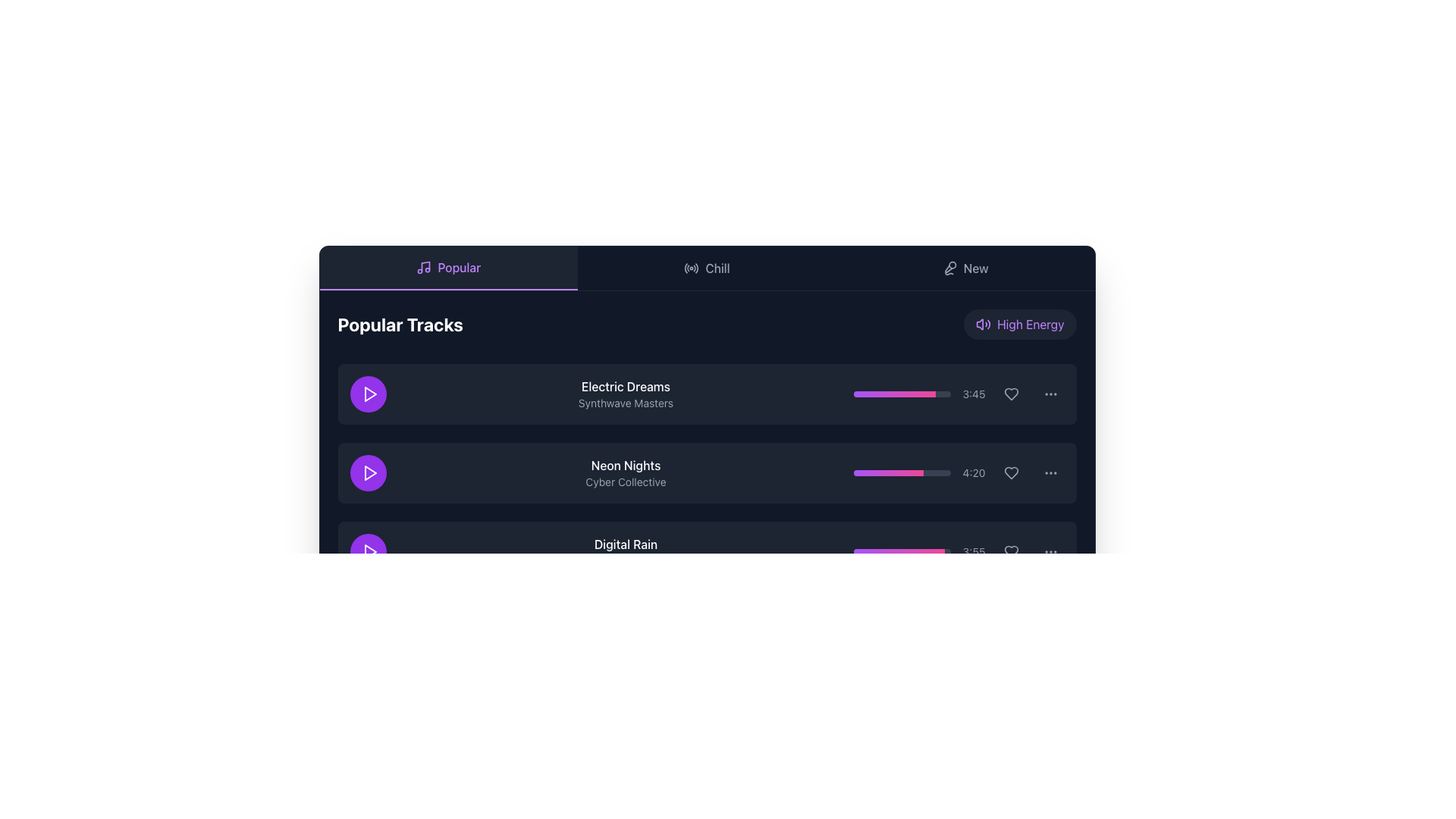  What do you see at coordinates (883, 472) in the screenshot?
I see `progress` at bounding box center [883, 472].